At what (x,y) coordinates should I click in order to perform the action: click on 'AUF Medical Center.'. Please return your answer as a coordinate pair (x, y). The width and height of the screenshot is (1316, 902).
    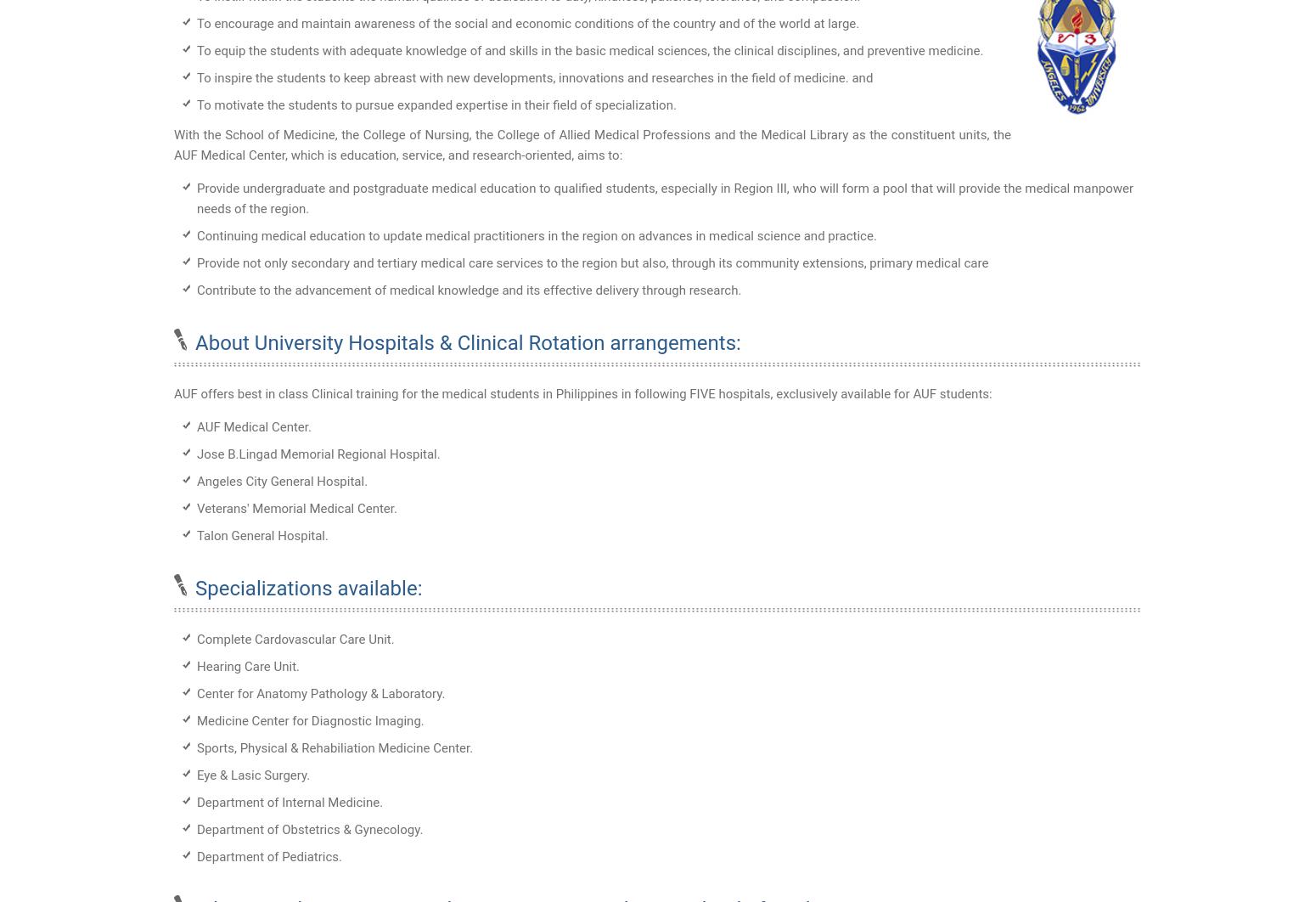
    Looking at the image, I should click on (253, 426).